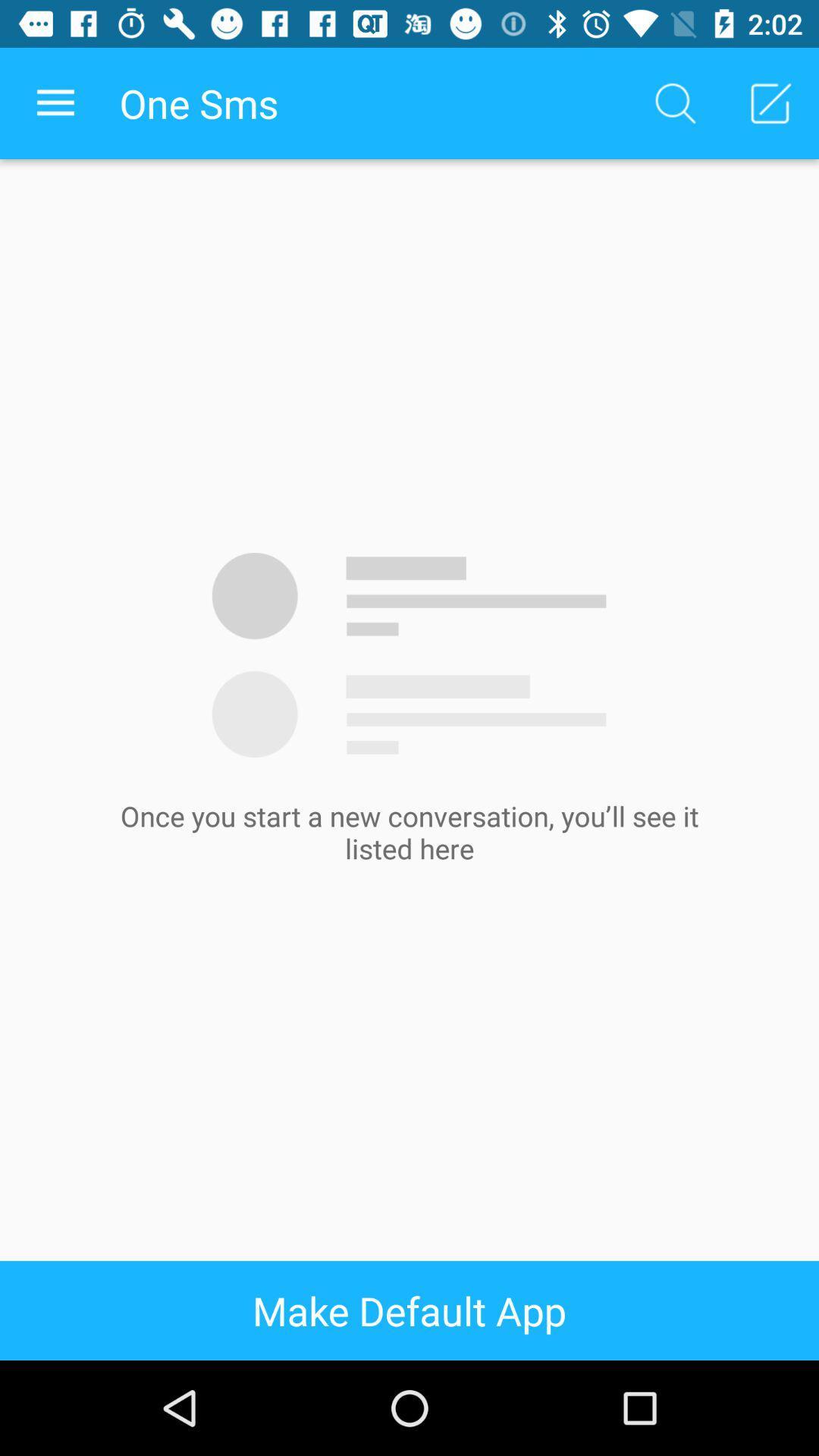  Describe the element at coordinates (55, 102) in the screenshot. I see `the app to the left of the one sms icon` at that location.